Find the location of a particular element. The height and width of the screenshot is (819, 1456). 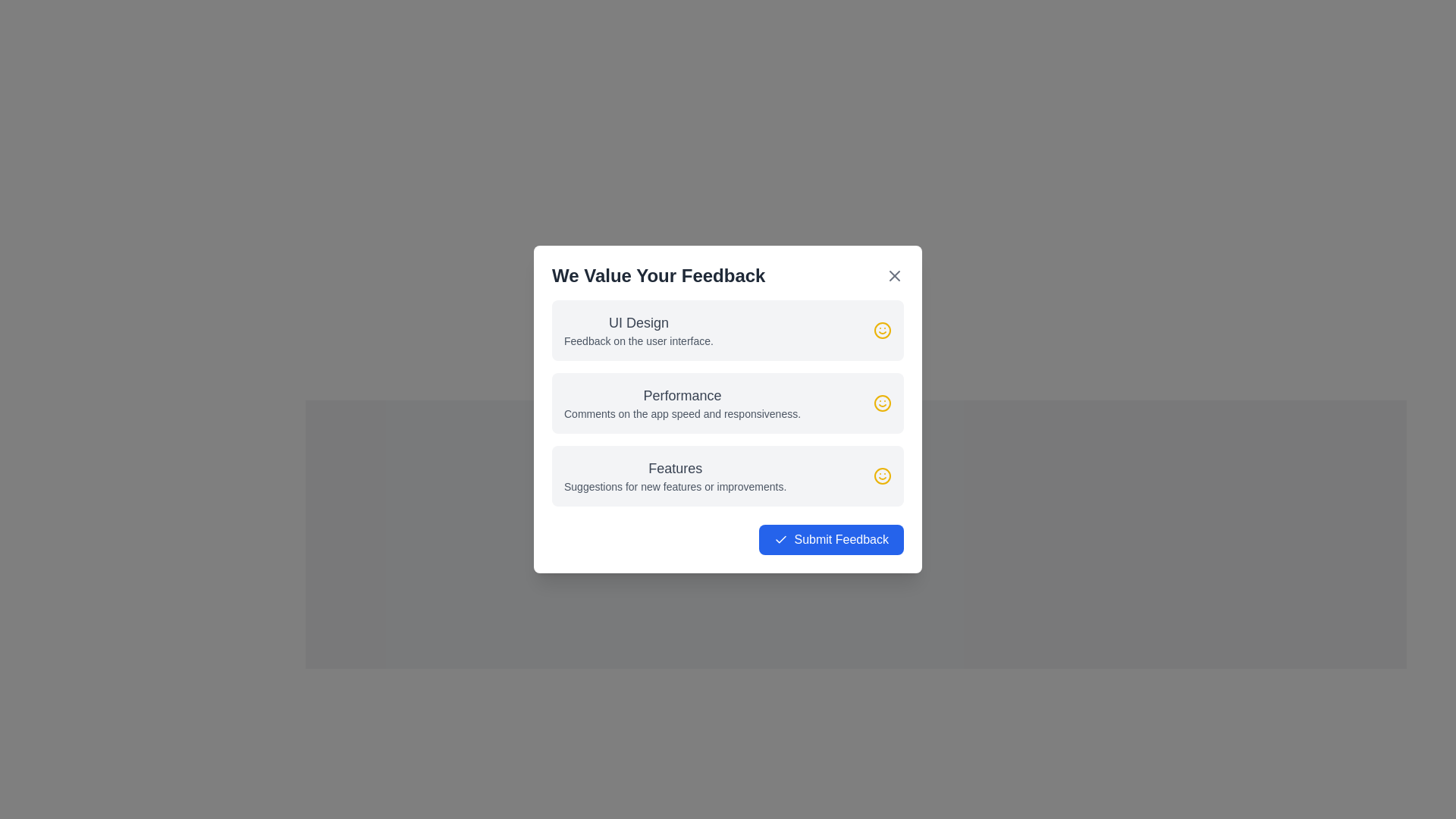

the heading text that reads 'We Value Your Feedback,' which is styled in bold and dark gray, located at the top of the modal interface is located at coordinates (658, 275).